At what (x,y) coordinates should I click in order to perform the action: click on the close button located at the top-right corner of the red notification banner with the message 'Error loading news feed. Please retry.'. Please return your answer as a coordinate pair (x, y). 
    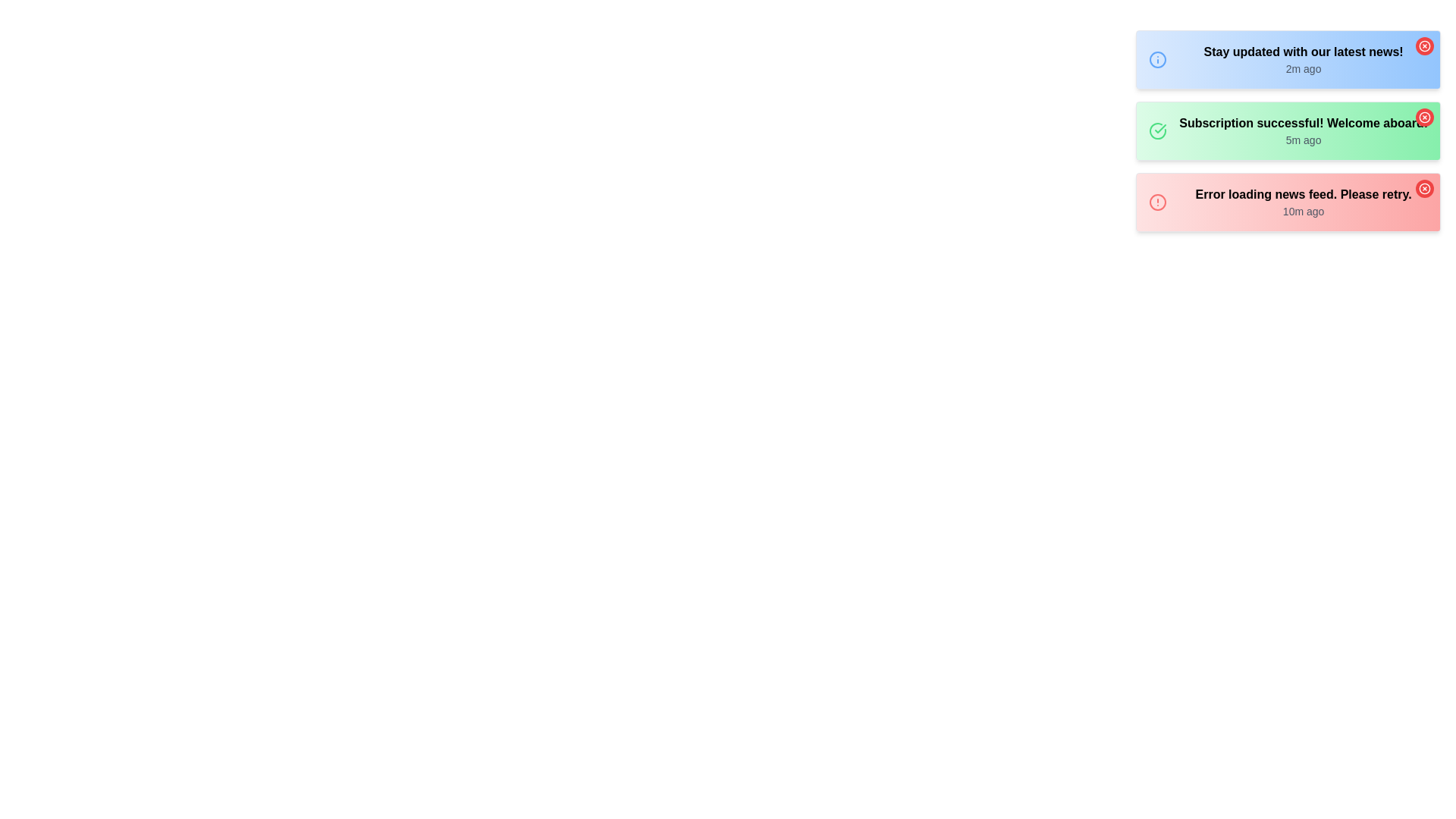
    Looking at the image, I should click on (1423, 188).